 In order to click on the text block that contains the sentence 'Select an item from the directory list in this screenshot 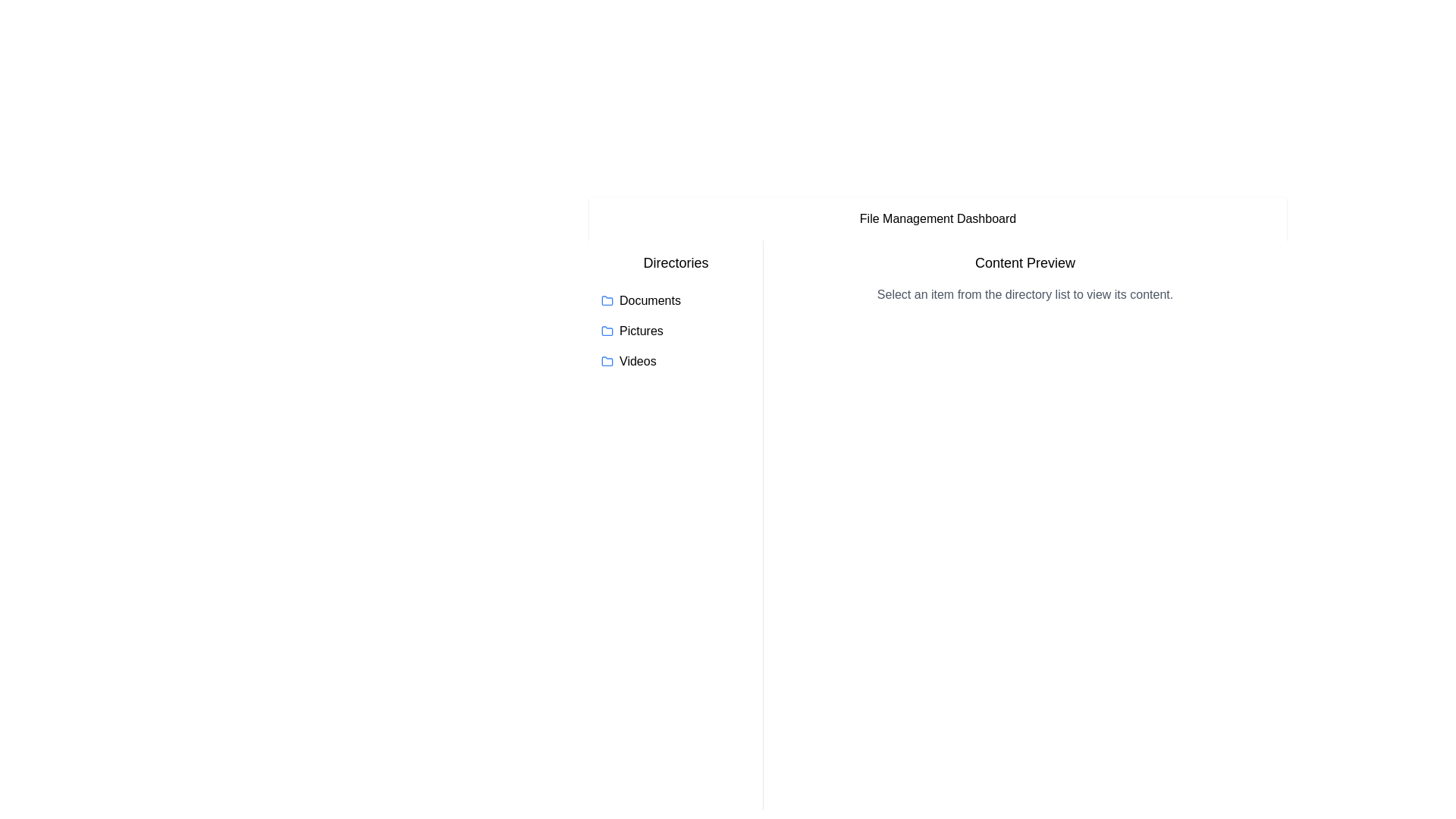, I will do `click(1025, 295)`.